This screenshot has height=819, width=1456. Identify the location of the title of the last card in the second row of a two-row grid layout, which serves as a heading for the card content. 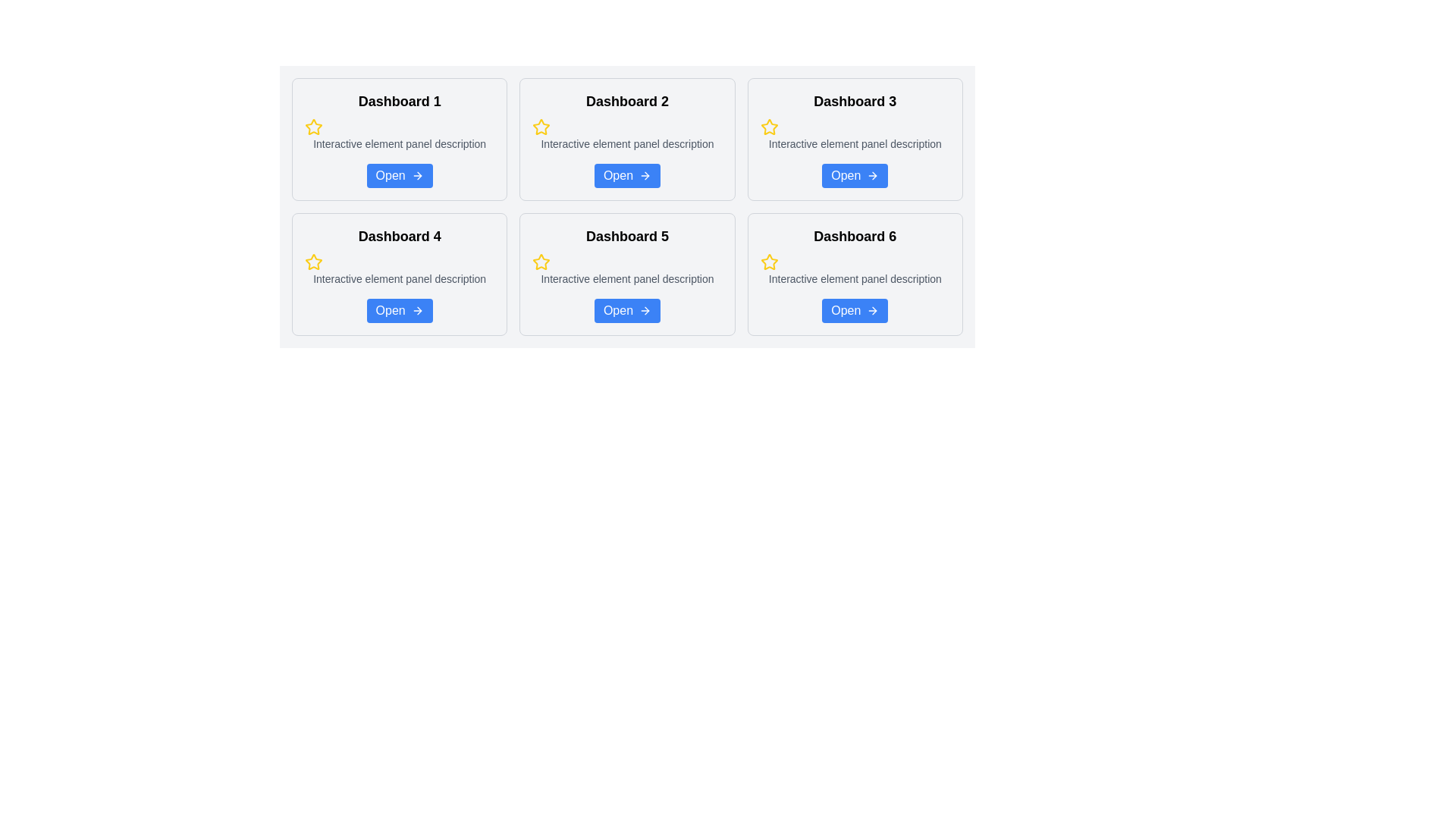
(855, 237).